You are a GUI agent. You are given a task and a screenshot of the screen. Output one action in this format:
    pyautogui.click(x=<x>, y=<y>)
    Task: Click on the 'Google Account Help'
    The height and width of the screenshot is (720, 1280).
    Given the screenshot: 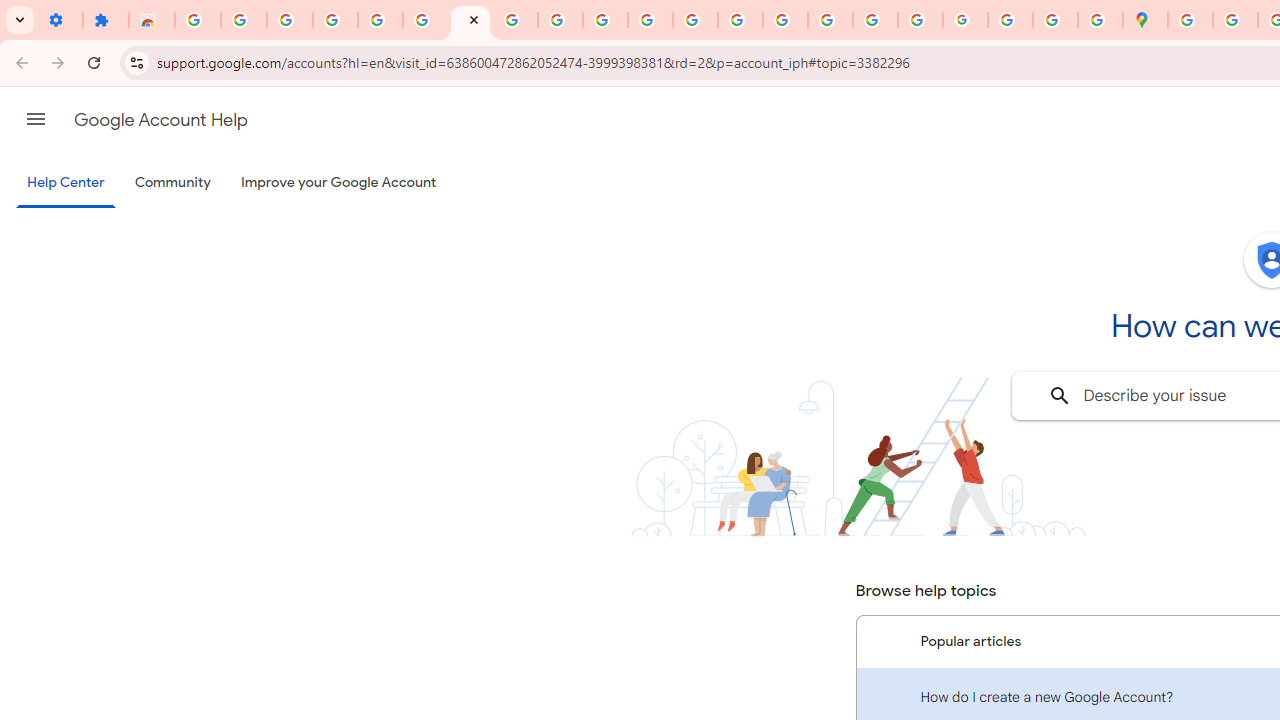 What is the action you would take?
    pyautogui.click(x=160, y=119)
    